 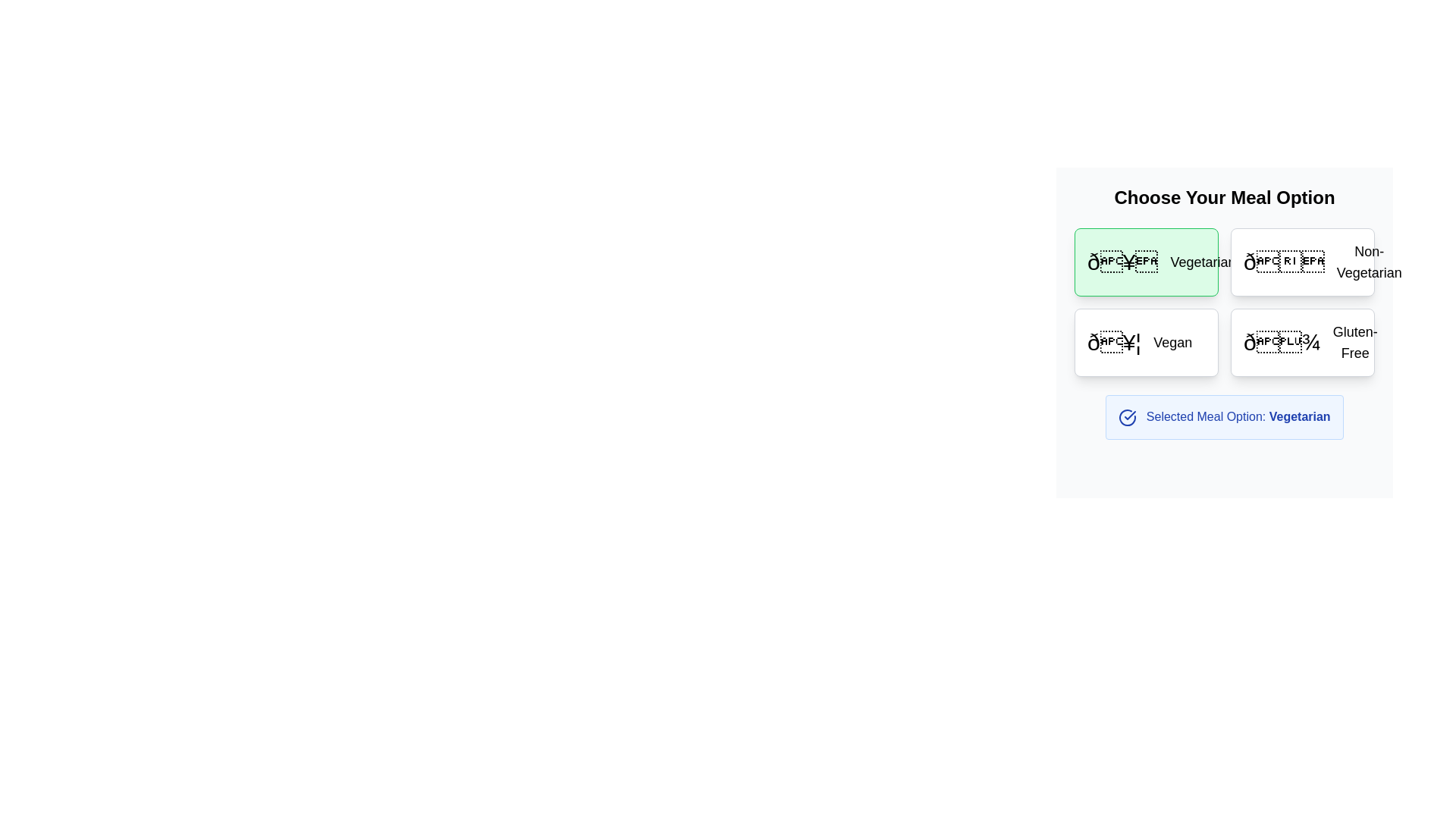 I want to click on the bold, decorative icon positioned to the left of the text 'Vegetarian' in the meal options grid, so click(x=1122, y=262).